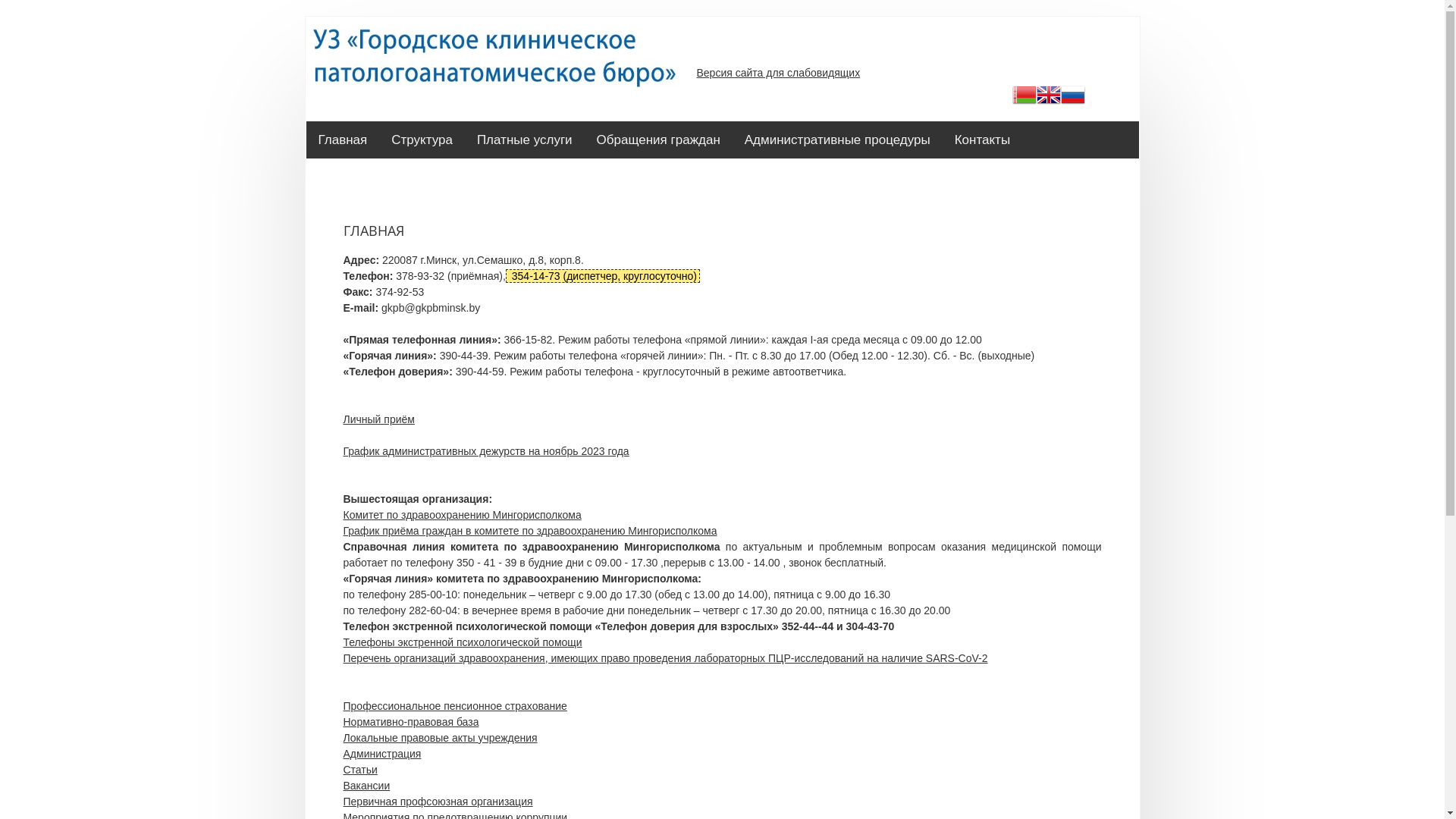  I want to click on 'English', so click(1036, 96).